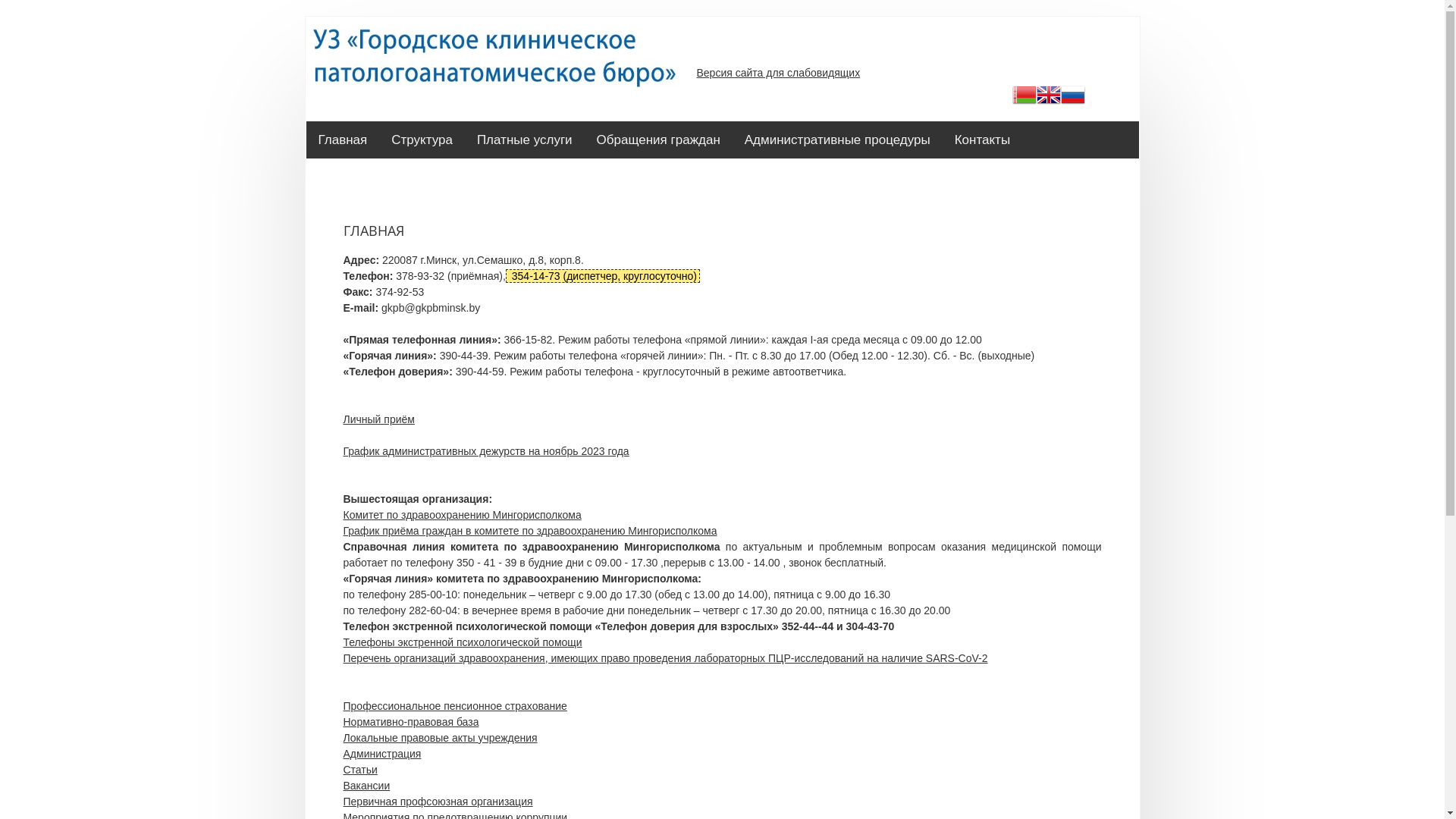  I want to click on 'English', so click(1036, 96).